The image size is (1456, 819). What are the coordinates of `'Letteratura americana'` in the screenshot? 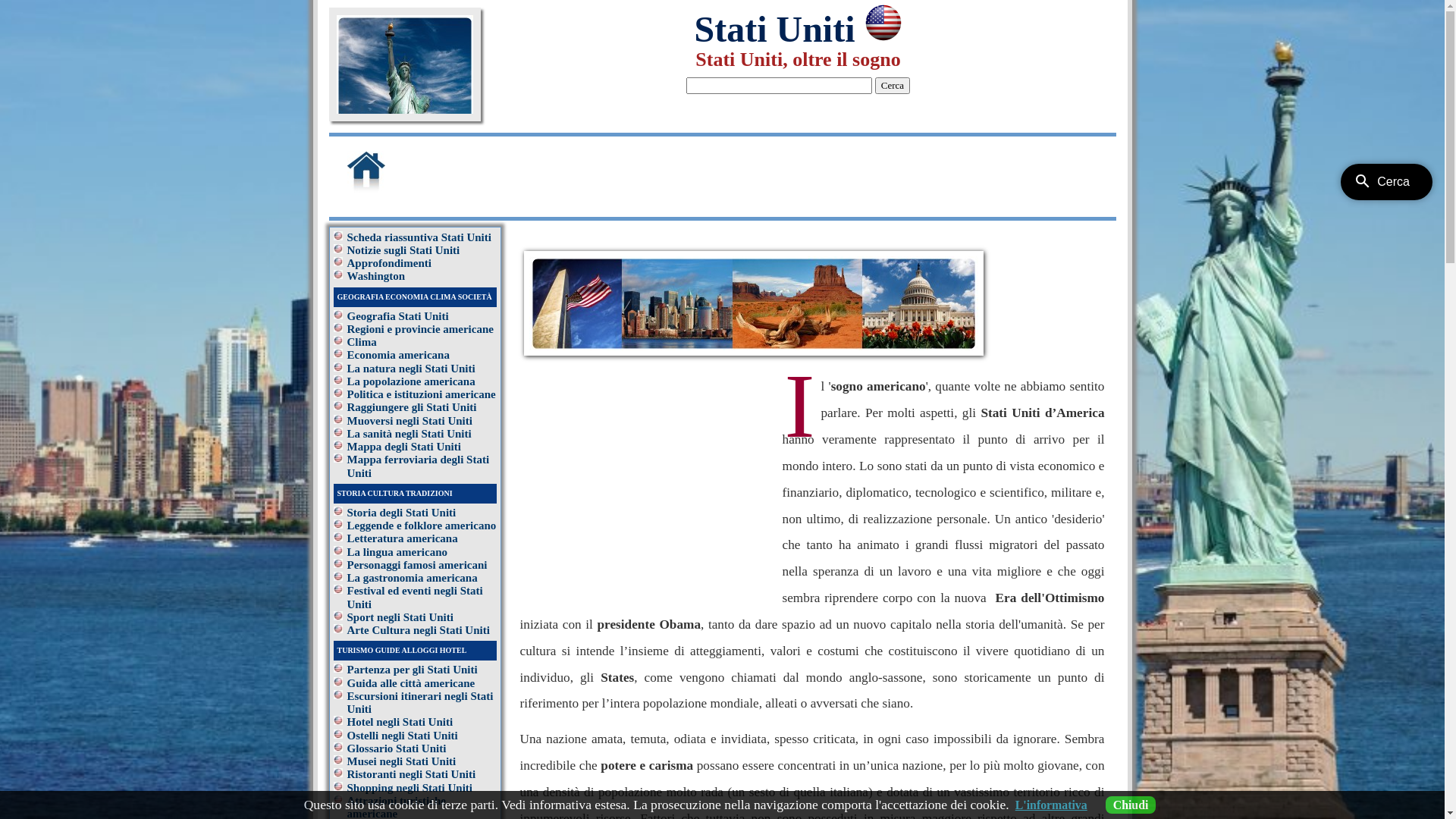 It's located at (403, 537).